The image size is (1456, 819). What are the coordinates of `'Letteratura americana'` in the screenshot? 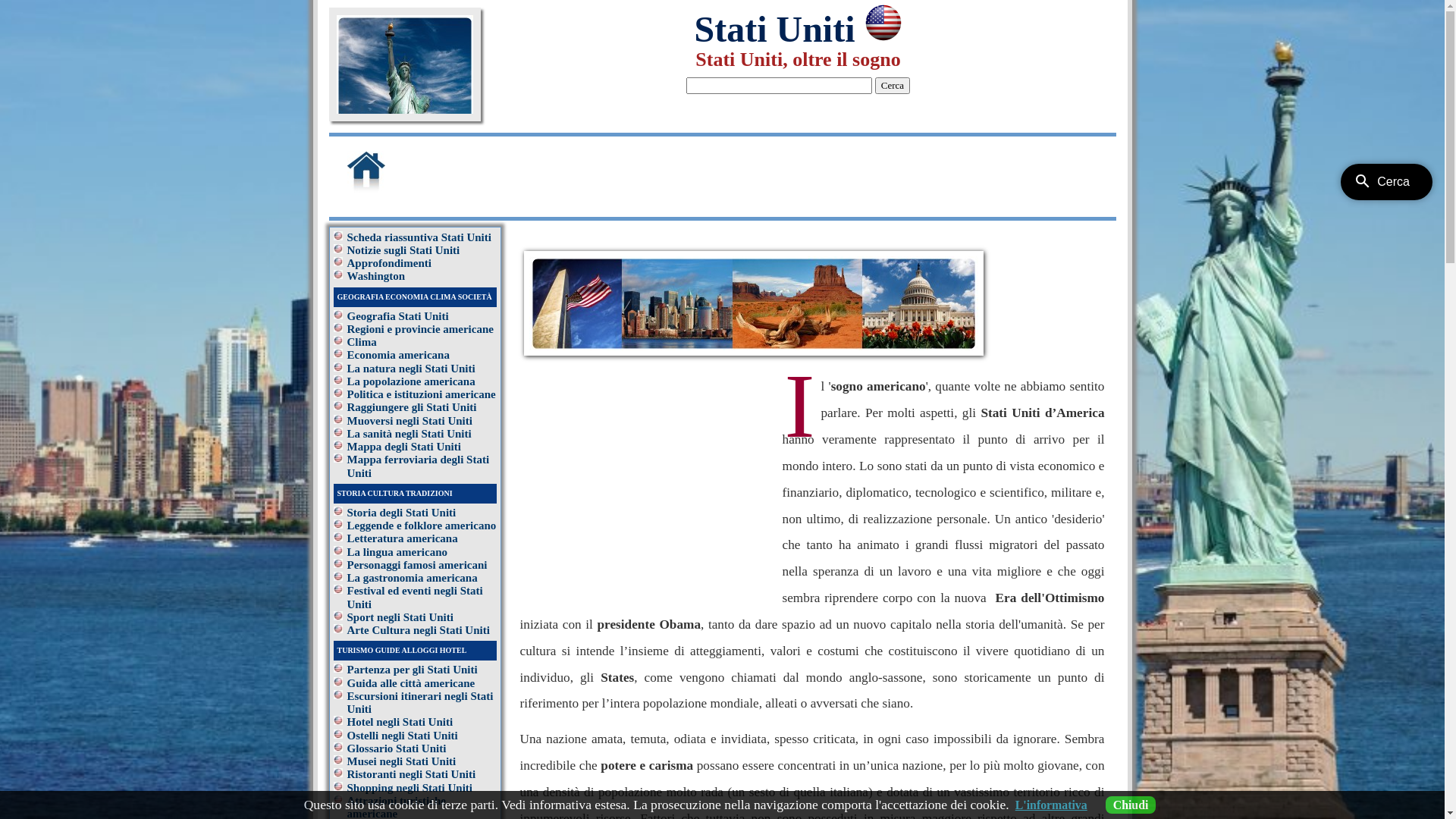 It's located at (403, 537).